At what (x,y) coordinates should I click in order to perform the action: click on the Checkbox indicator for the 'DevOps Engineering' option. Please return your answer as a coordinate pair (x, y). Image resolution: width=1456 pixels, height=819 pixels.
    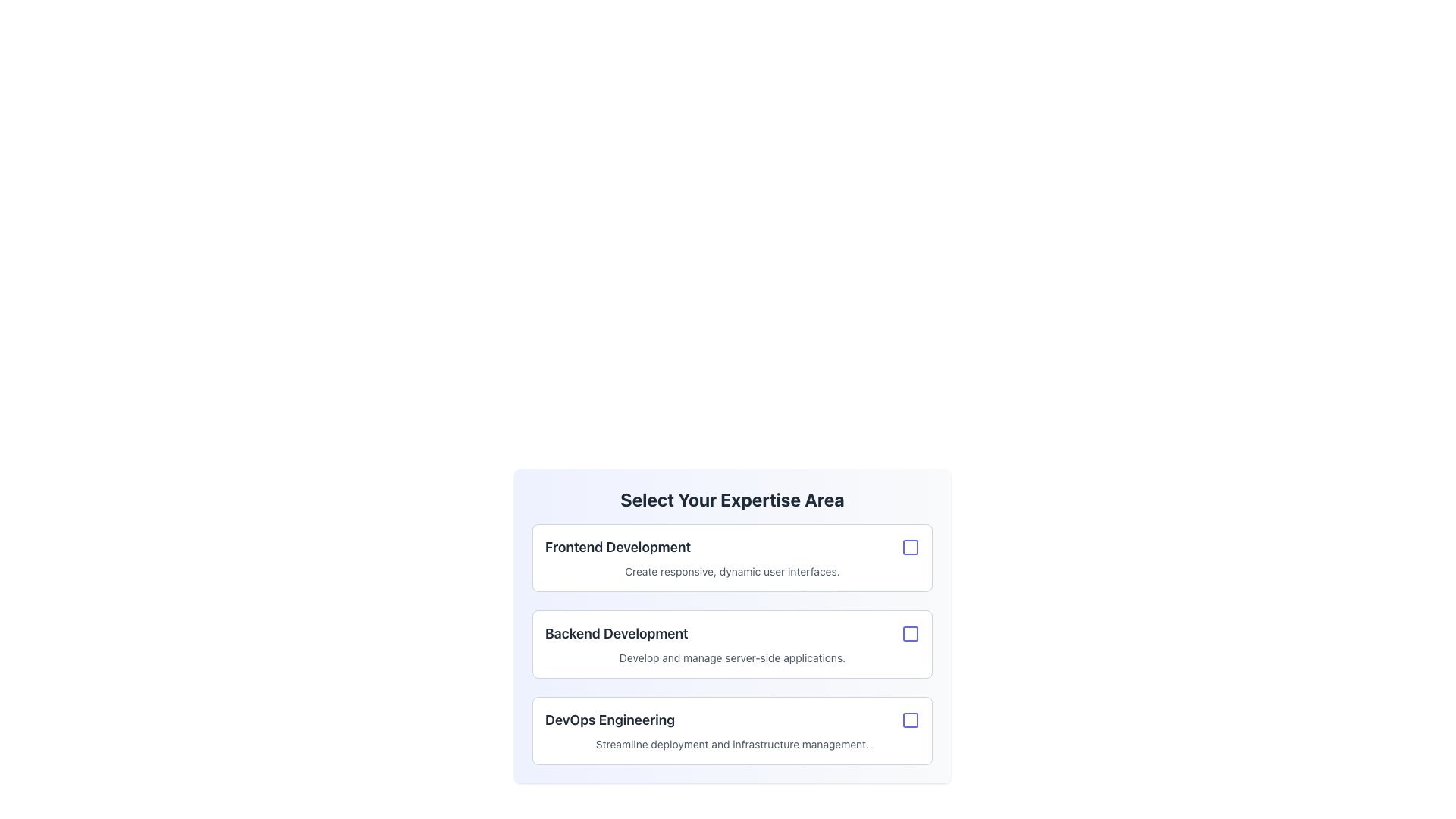
    Looking at the image, I should click on (910, 719).